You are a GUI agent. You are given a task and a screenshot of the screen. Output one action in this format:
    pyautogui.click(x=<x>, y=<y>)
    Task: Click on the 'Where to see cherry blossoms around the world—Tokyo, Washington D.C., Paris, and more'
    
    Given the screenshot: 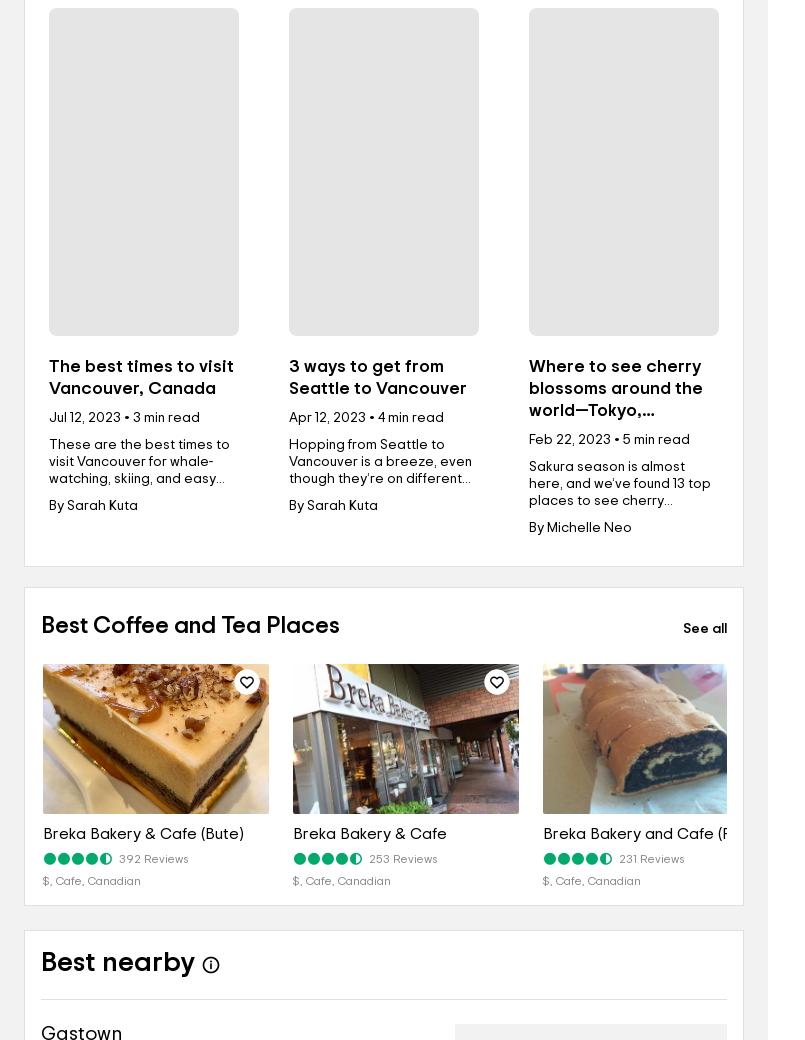 What is the action you would take?
    pyautogui.click(x=615, y=411)
    